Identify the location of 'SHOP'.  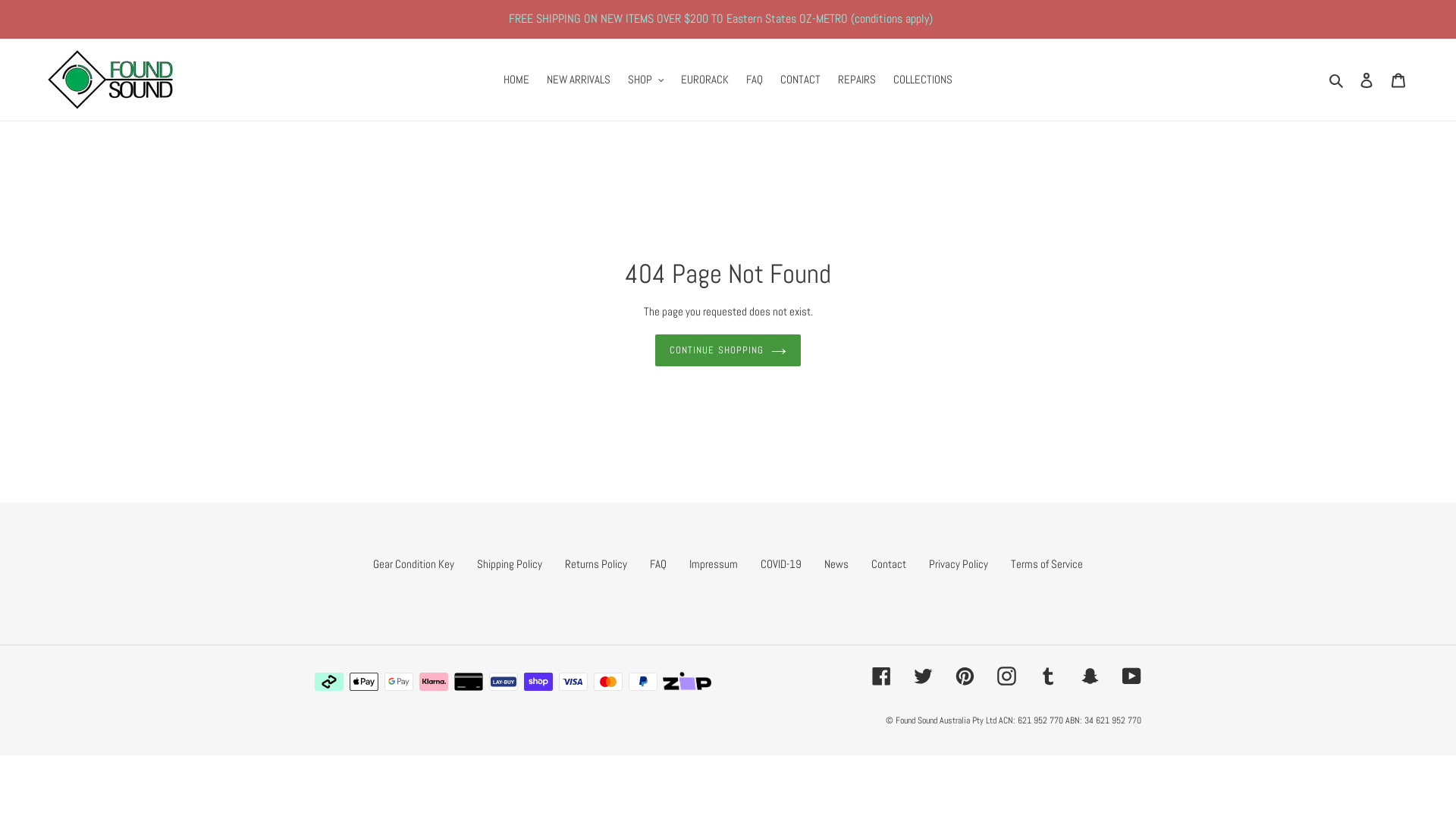
(645, 80).